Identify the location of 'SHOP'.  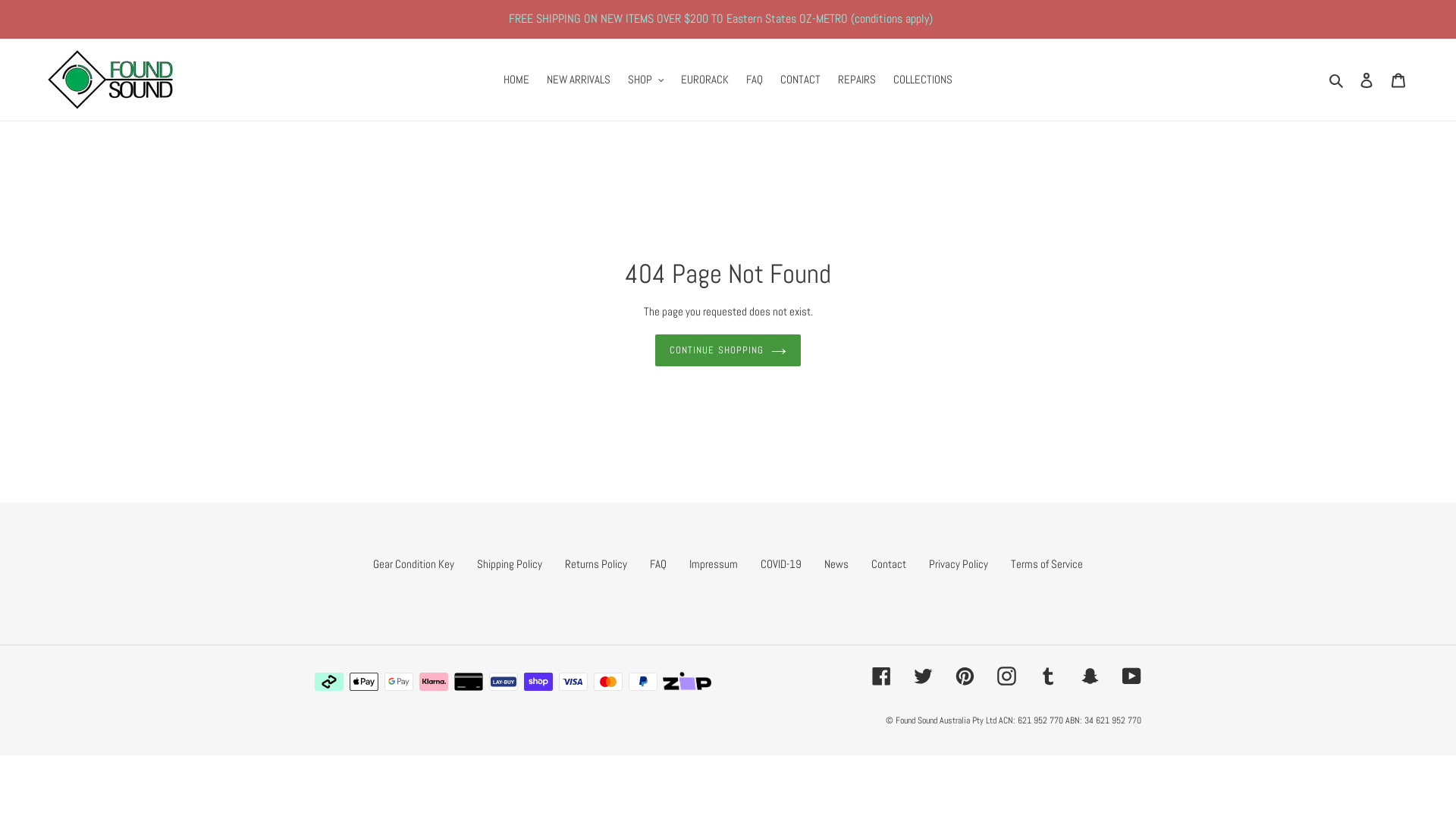
(645, 80).